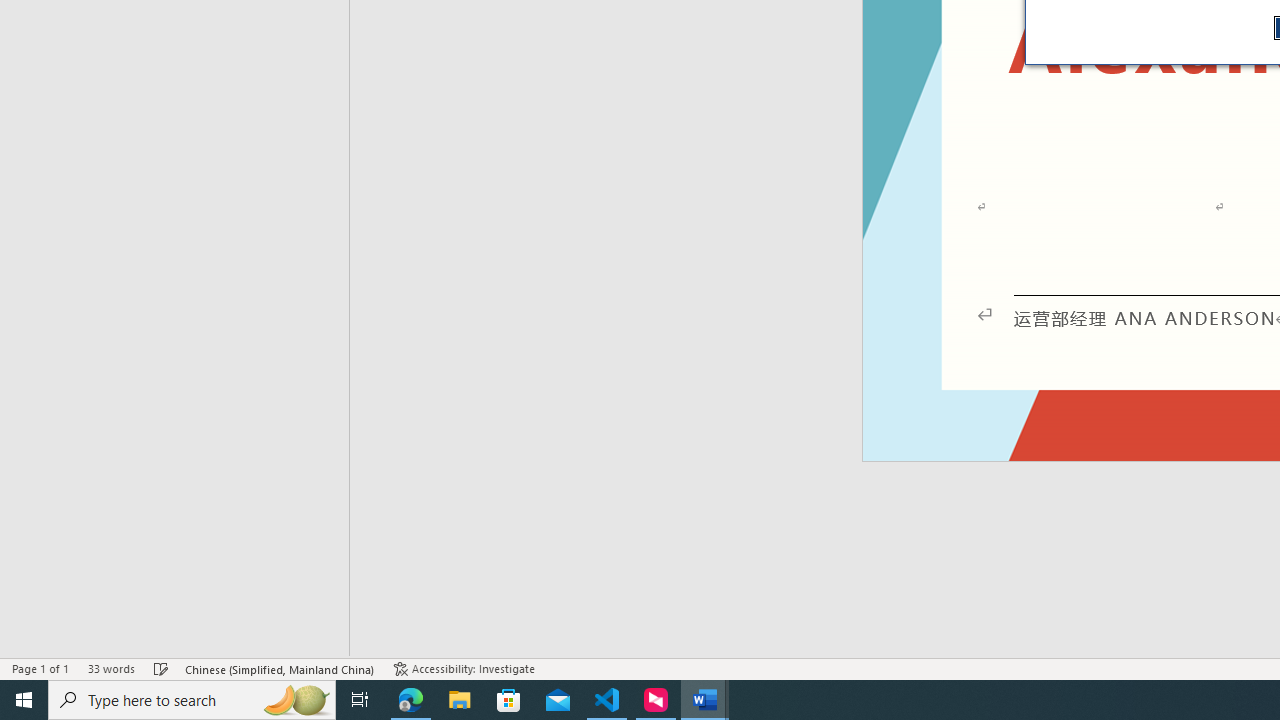 The height and width of the screenshot is (720, 1280). Describe the element at coordinates (359, 698) in the screenshot. I see `'Task View'` at that location.